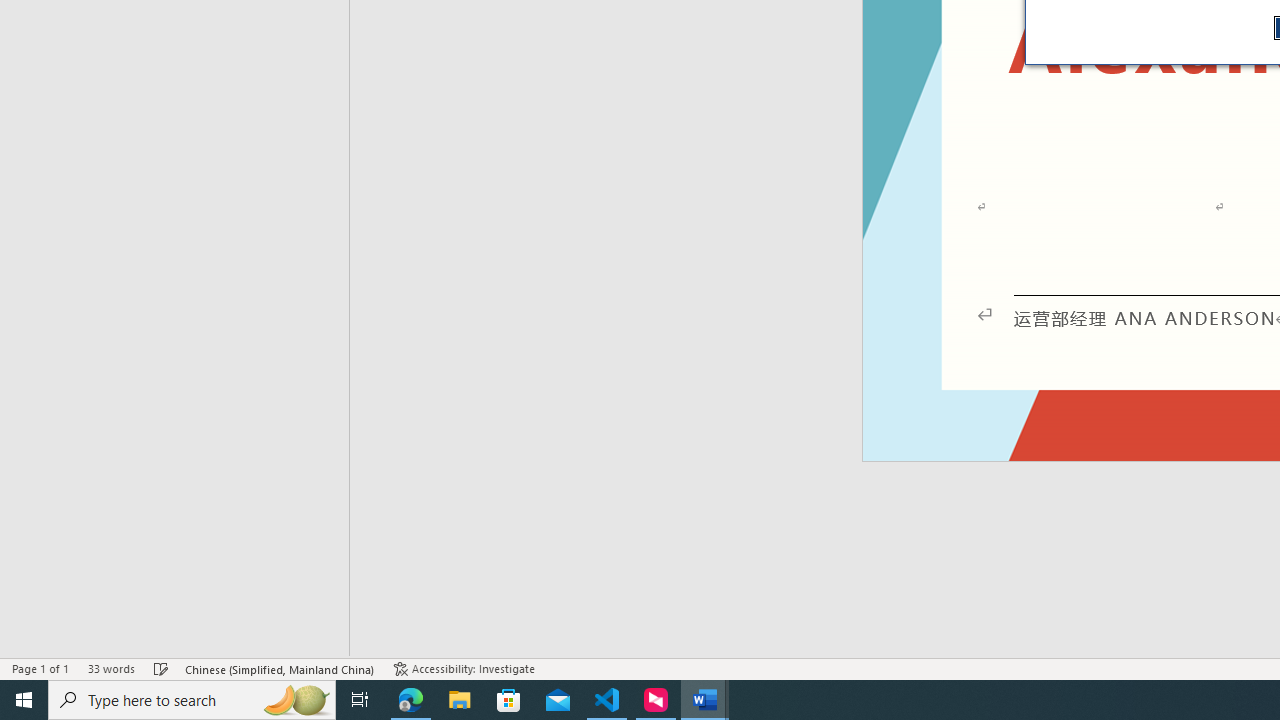 The height and width of the screenshot is (720, 1280). Describe the element at coordinates (359, 698) in the screenshot. I see `'Task View'` at that location.